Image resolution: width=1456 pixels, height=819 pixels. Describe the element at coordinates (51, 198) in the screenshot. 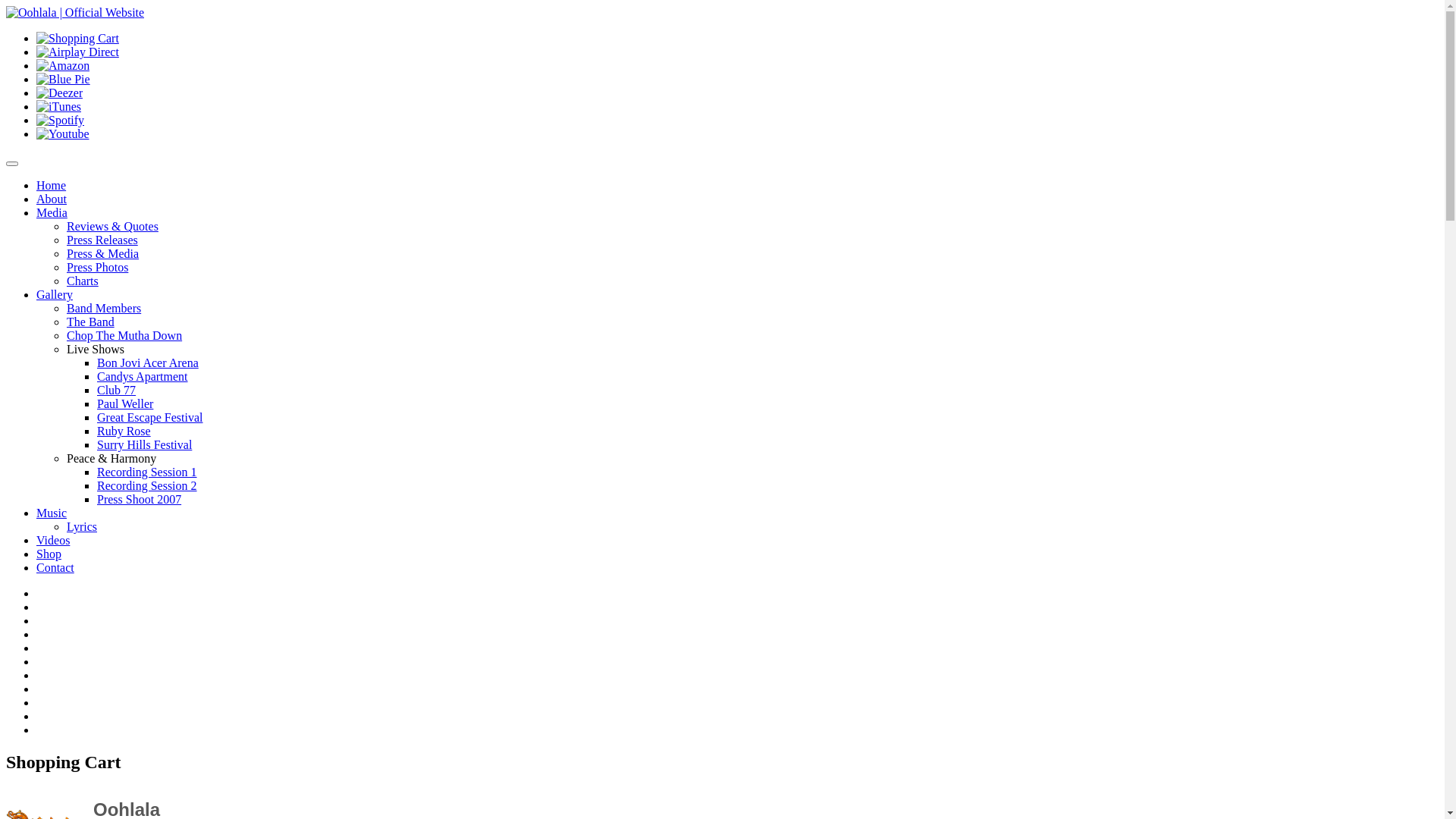

I see `'About'` at that location.